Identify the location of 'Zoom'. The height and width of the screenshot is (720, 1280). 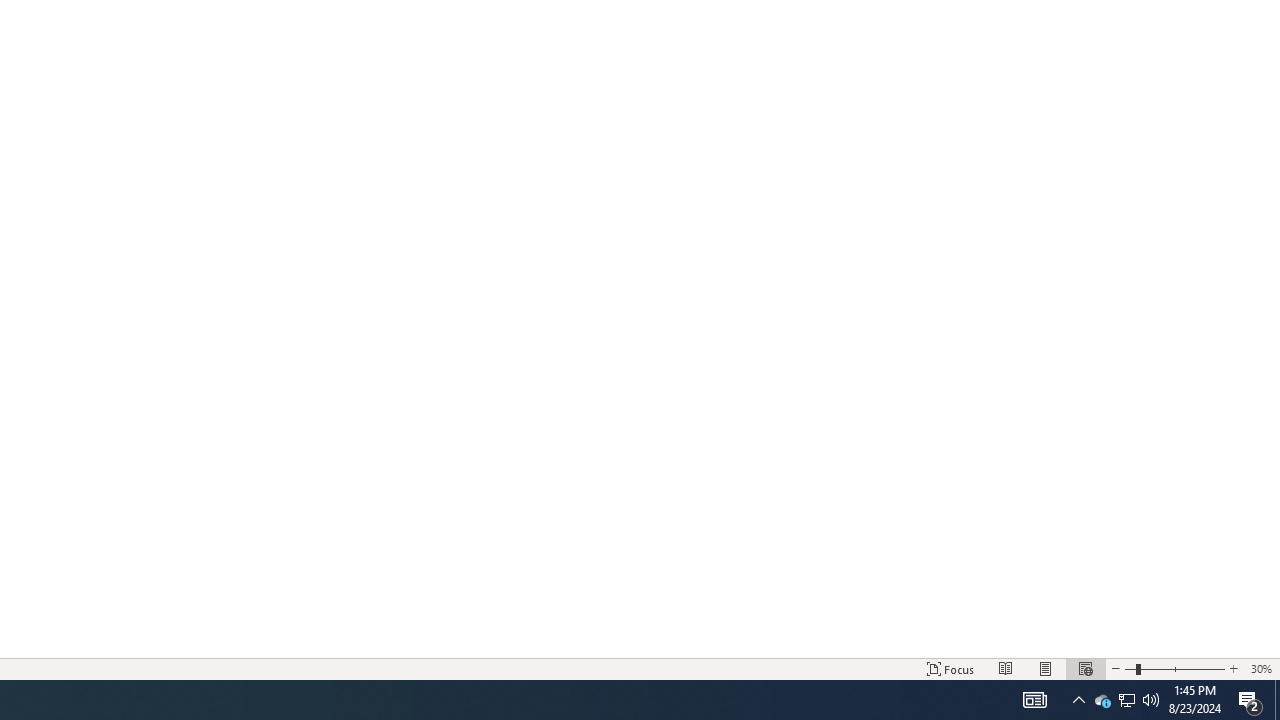
(1175, 669).